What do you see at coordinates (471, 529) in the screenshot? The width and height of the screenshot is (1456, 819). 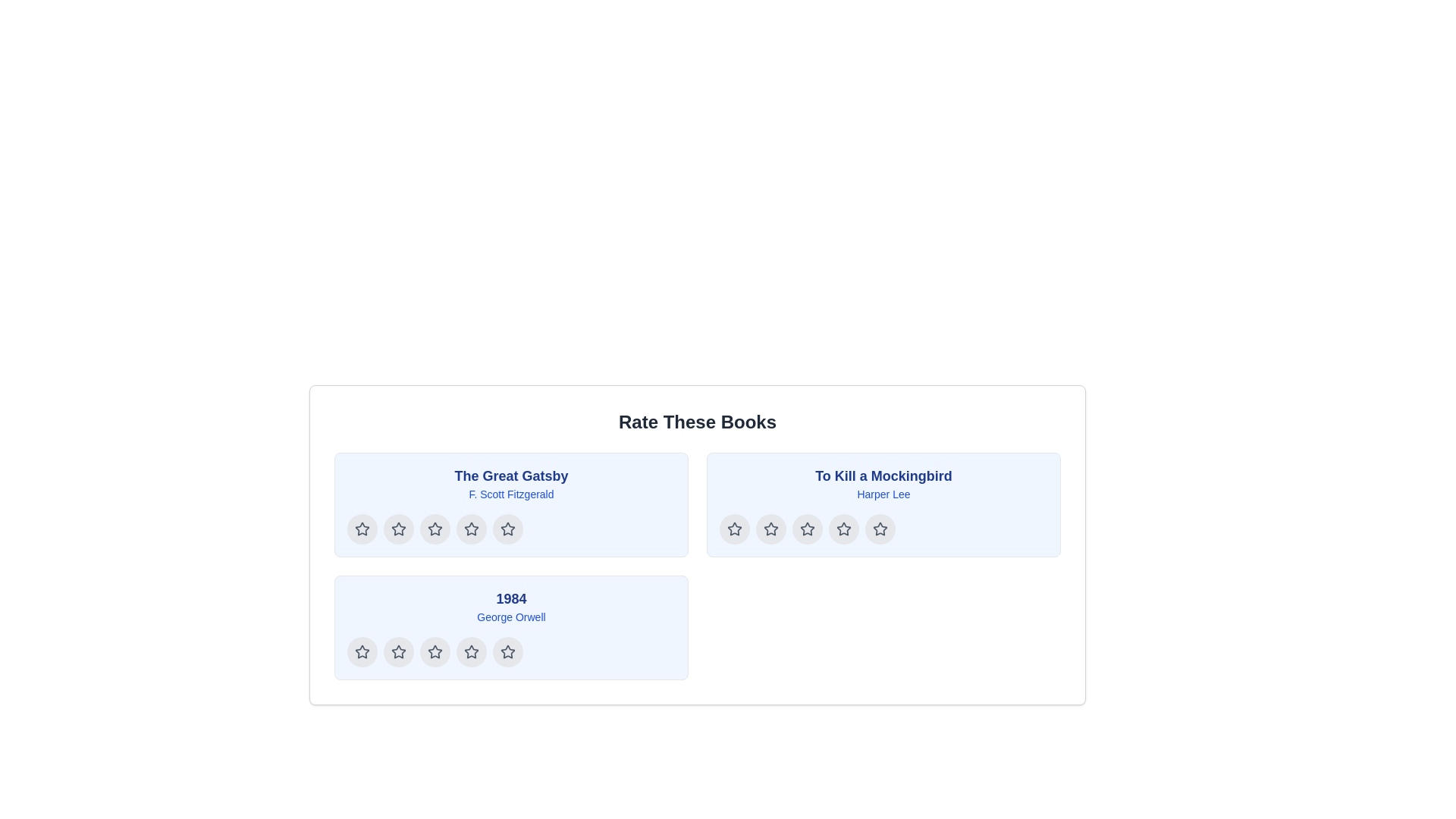 I see `the fourth star button in the rating scale for 'The Great Gatsby' to rate the item` at bounding box center [471, 529].